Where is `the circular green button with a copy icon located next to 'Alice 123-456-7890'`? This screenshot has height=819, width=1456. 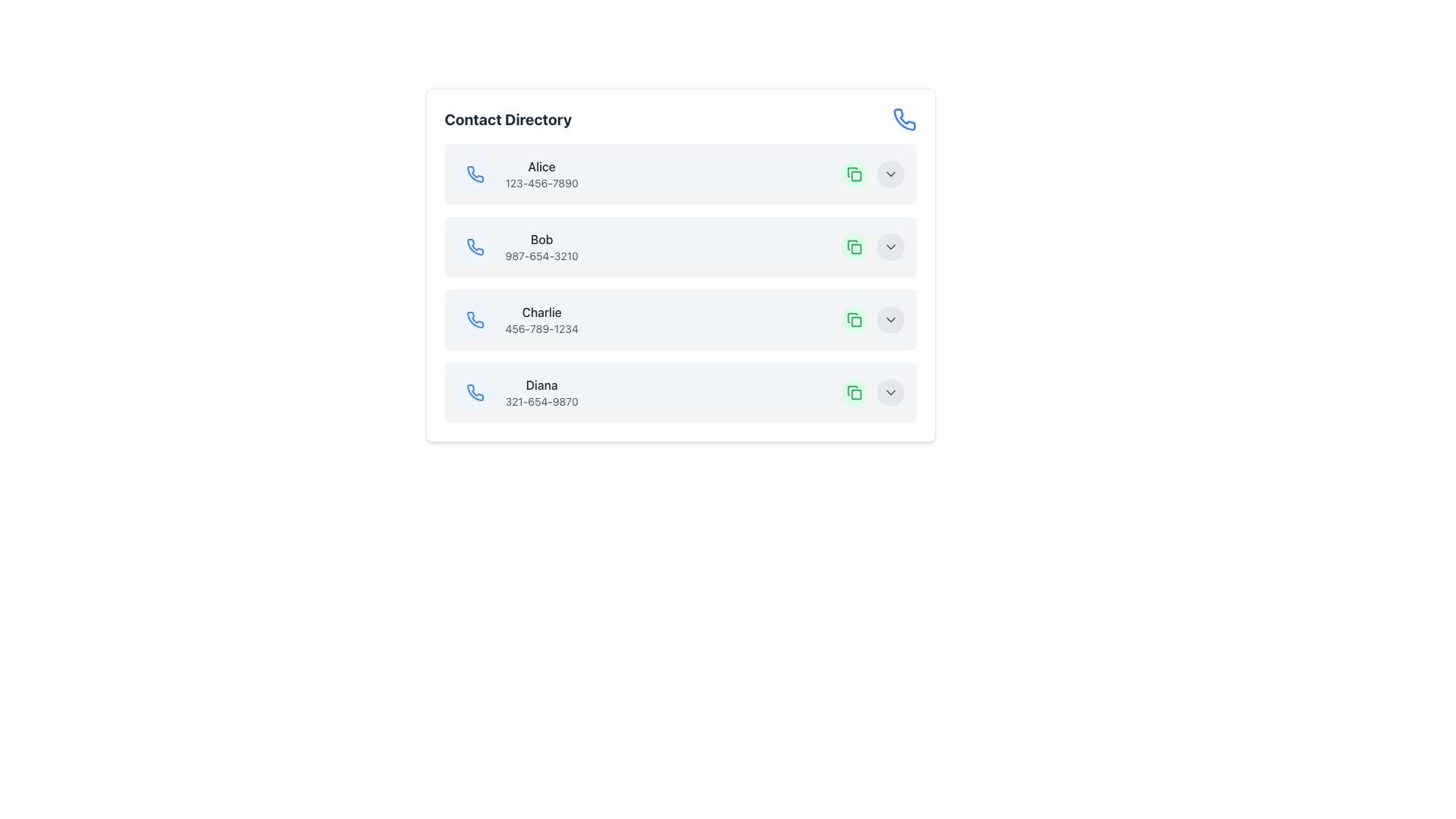 the circular green button with a copy icon located next to 'Alice 123-456-7890' is located at coordinates (854, 174).